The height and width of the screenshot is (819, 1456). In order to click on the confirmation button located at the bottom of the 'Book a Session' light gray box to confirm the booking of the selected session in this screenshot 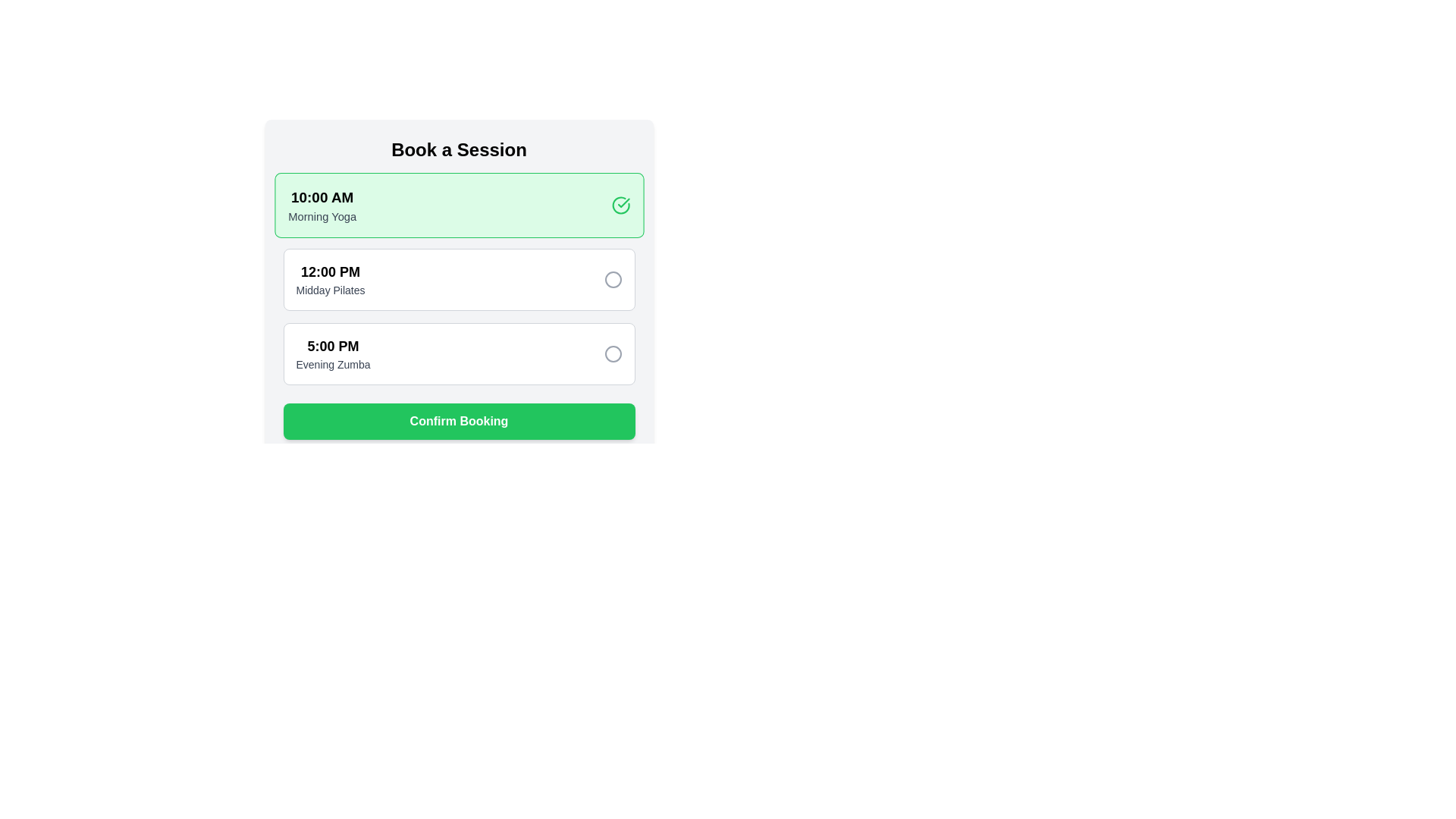, I will do `click(458, 421)`.